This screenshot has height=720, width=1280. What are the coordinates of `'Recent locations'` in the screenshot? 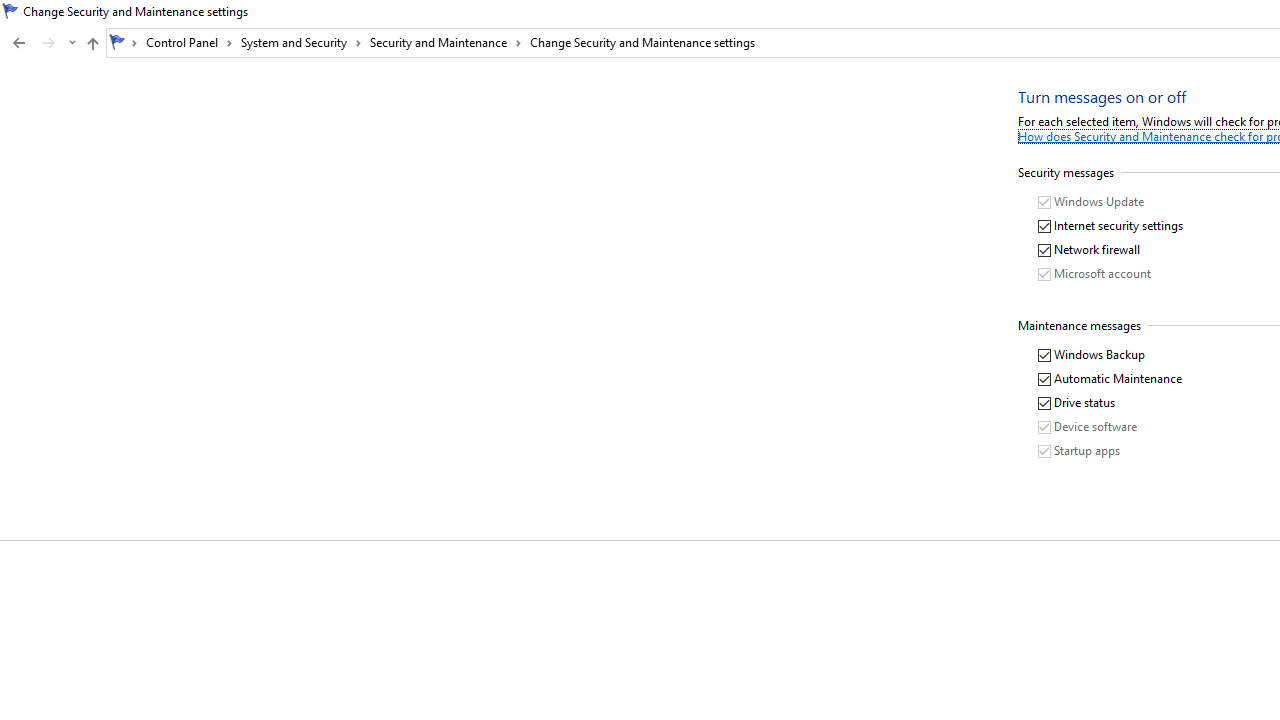 It's located at (71, 43).